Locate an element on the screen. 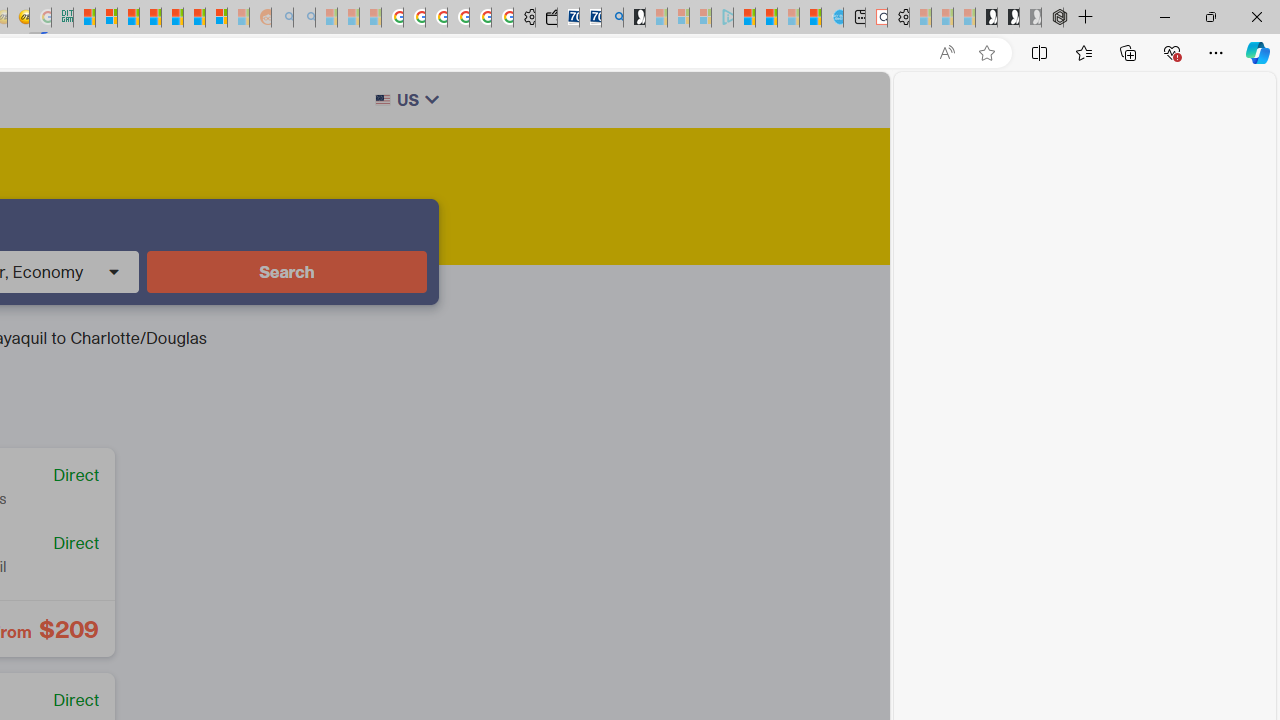  'Class: w-full h-auto rounded-sm border border-gray-200' is located at coordinates (382, 100).